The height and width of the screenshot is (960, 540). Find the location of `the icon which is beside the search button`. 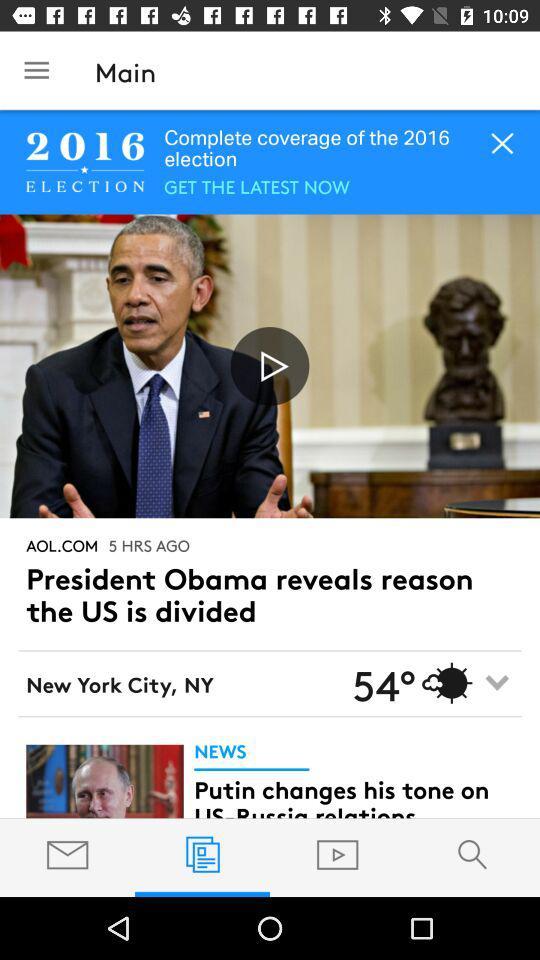

the icon which is beside the search button is located at coordinates (337, 853).